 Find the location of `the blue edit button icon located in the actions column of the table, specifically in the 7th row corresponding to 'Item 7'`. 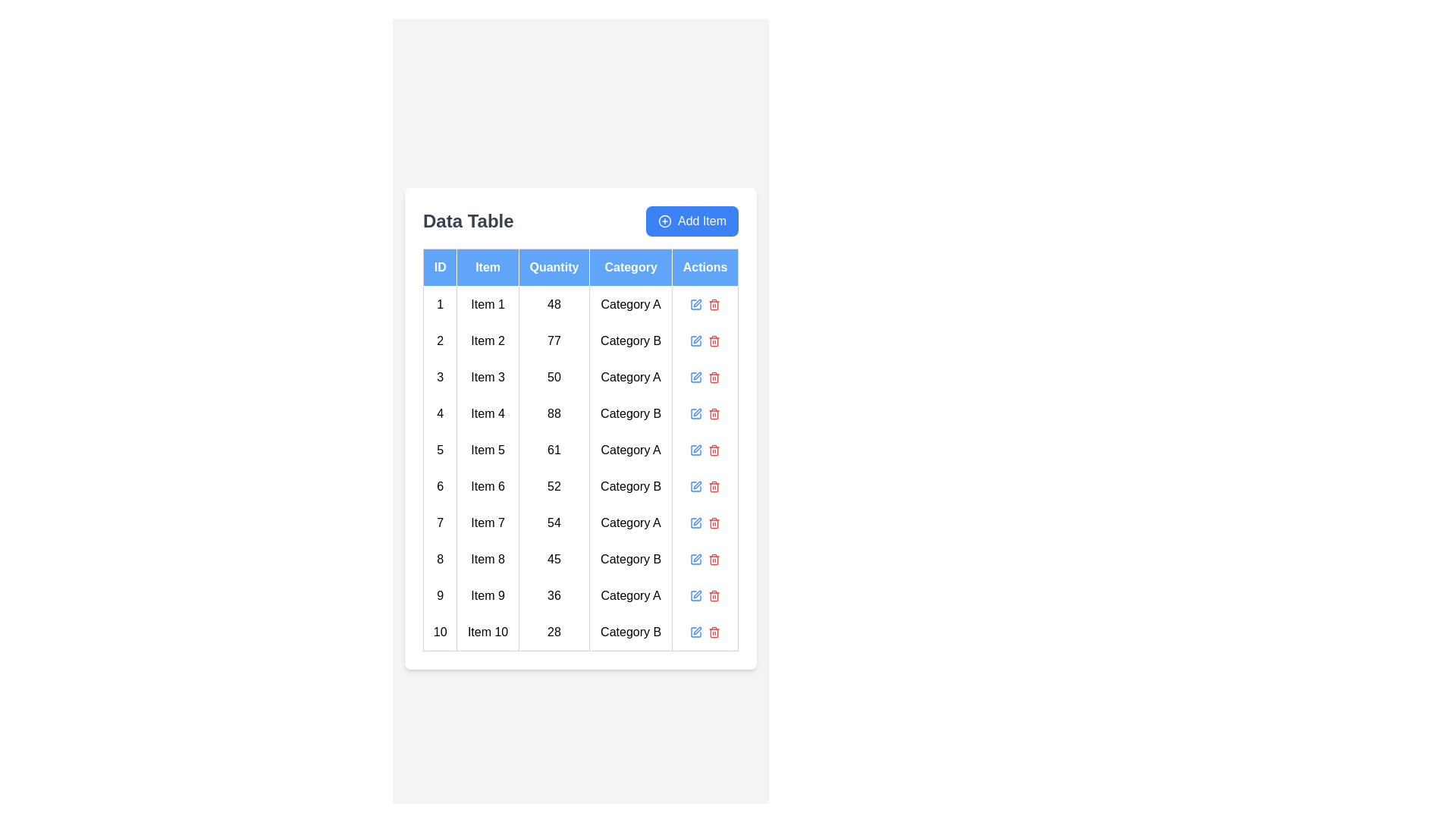

the blue edit button icon located in the actions column of the table, specifically in the 7th row corresponding to 'Item 7' is located at coordinates (695, 522).